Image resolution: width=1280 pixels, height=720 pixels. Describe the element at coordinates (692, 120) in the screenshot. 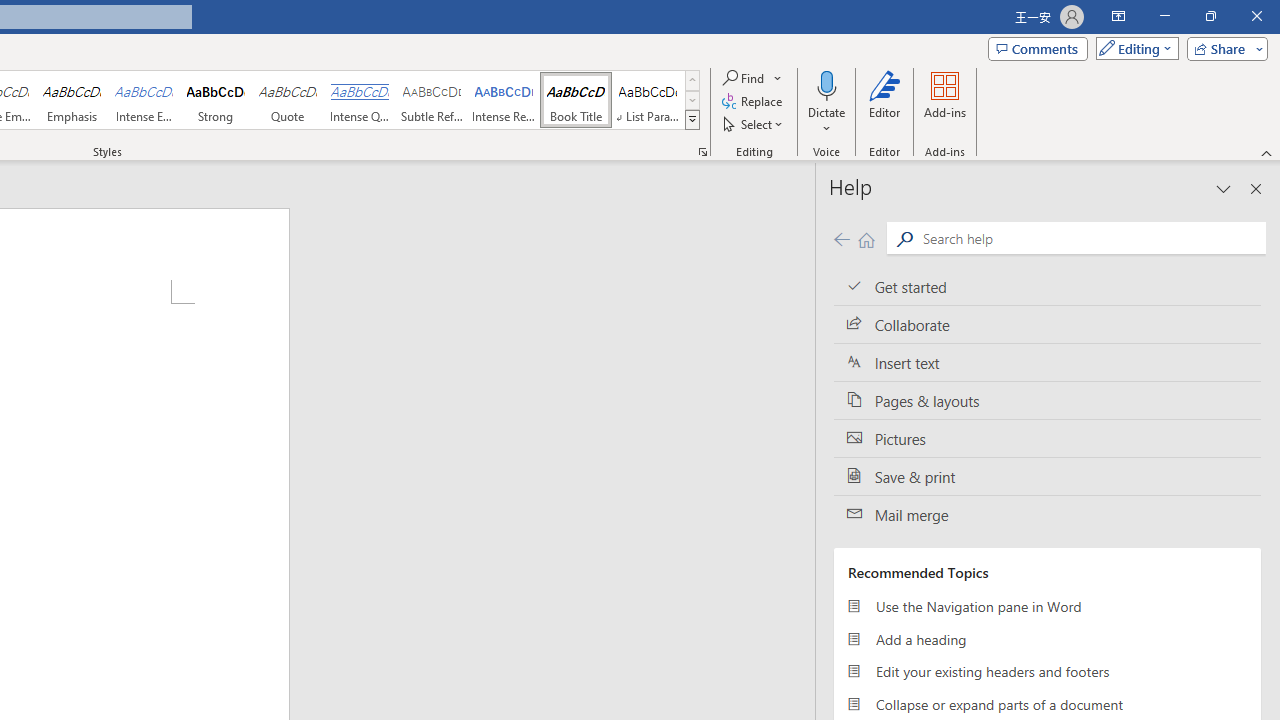

I see `'Styles'` at that location.